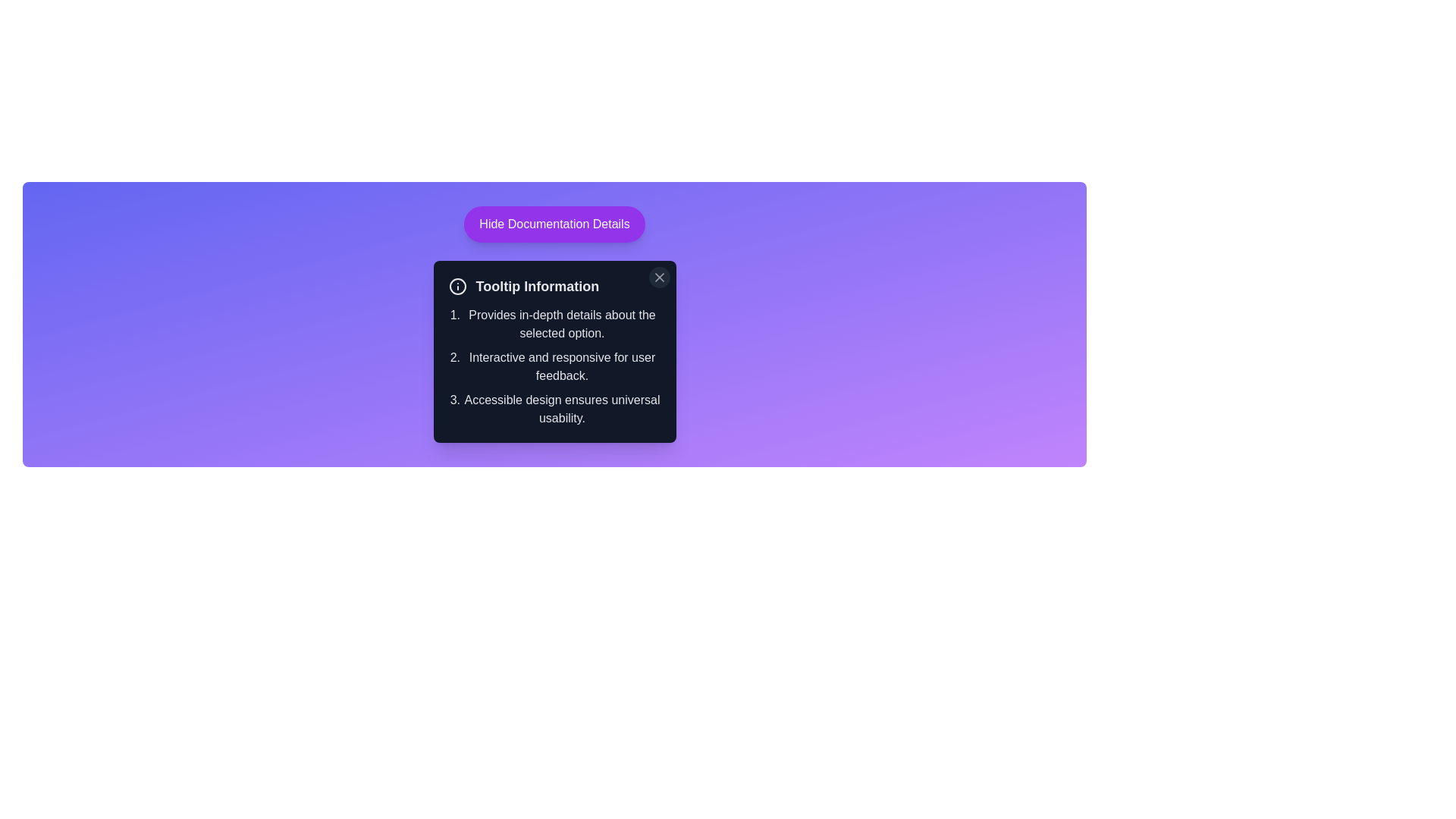  What do you see at coordinates (561, 409) in the screenshot?
I see `tooltip text that emphasizes the importance of accessible design, located at the center of the tooltip box` at bounding box center [561, 409].